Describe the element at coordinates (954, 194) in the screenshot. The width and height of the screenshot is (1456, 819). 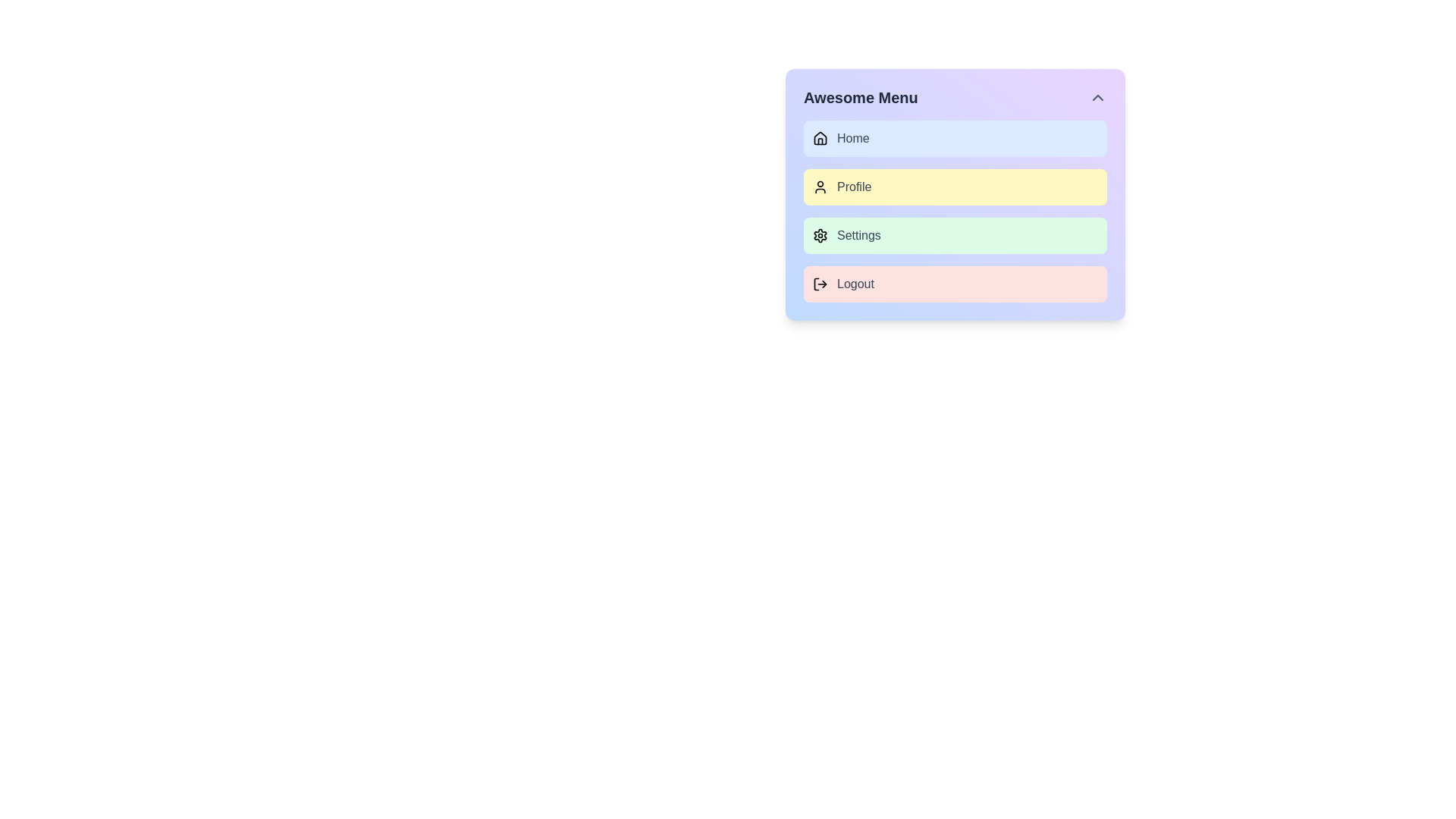
I see `the second button in the vertical menu that navigates to the user's profile section` at that location.